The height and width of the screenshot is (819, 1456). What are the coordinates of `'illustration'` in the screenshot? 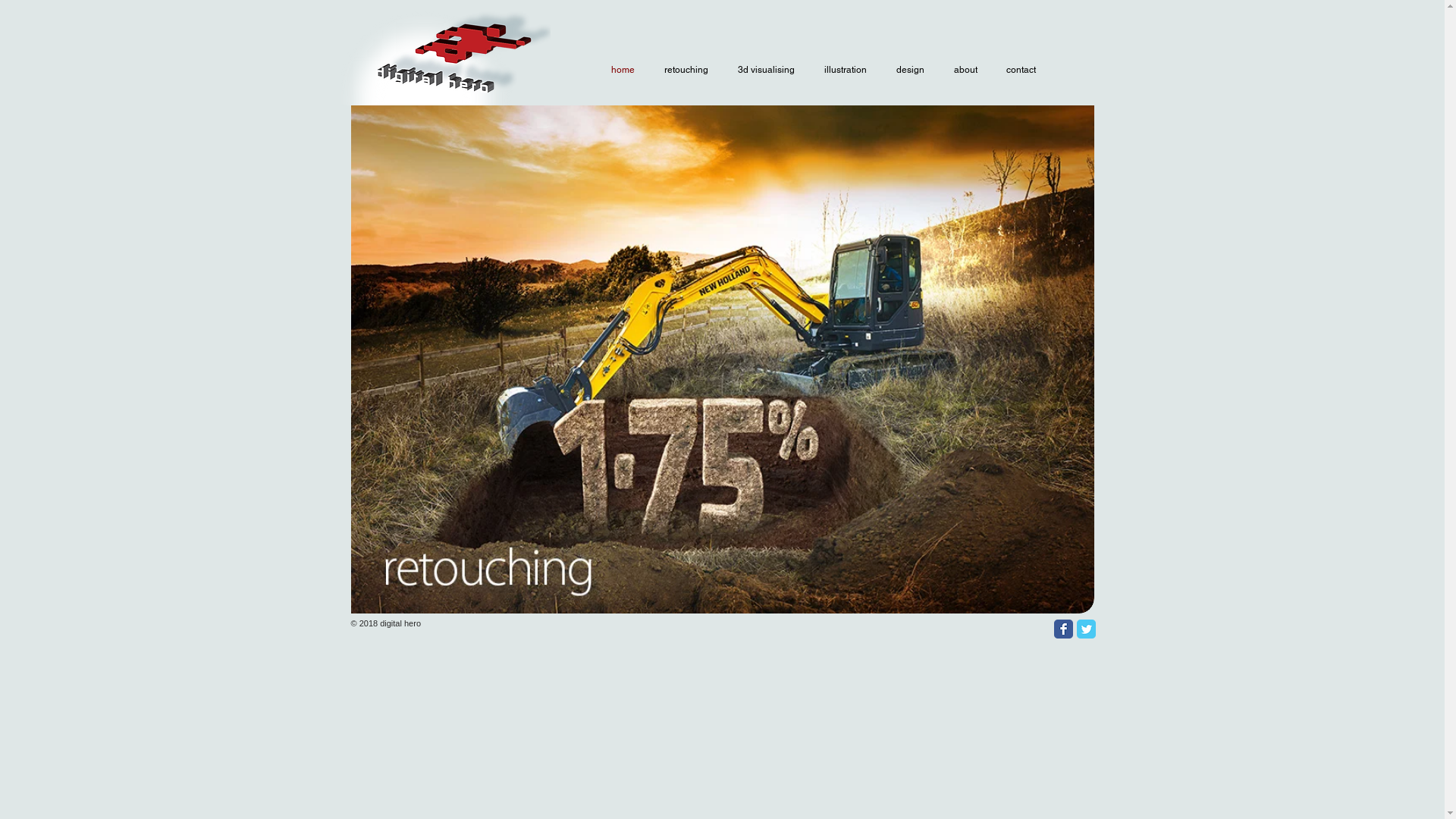 It's located at (842, 70).